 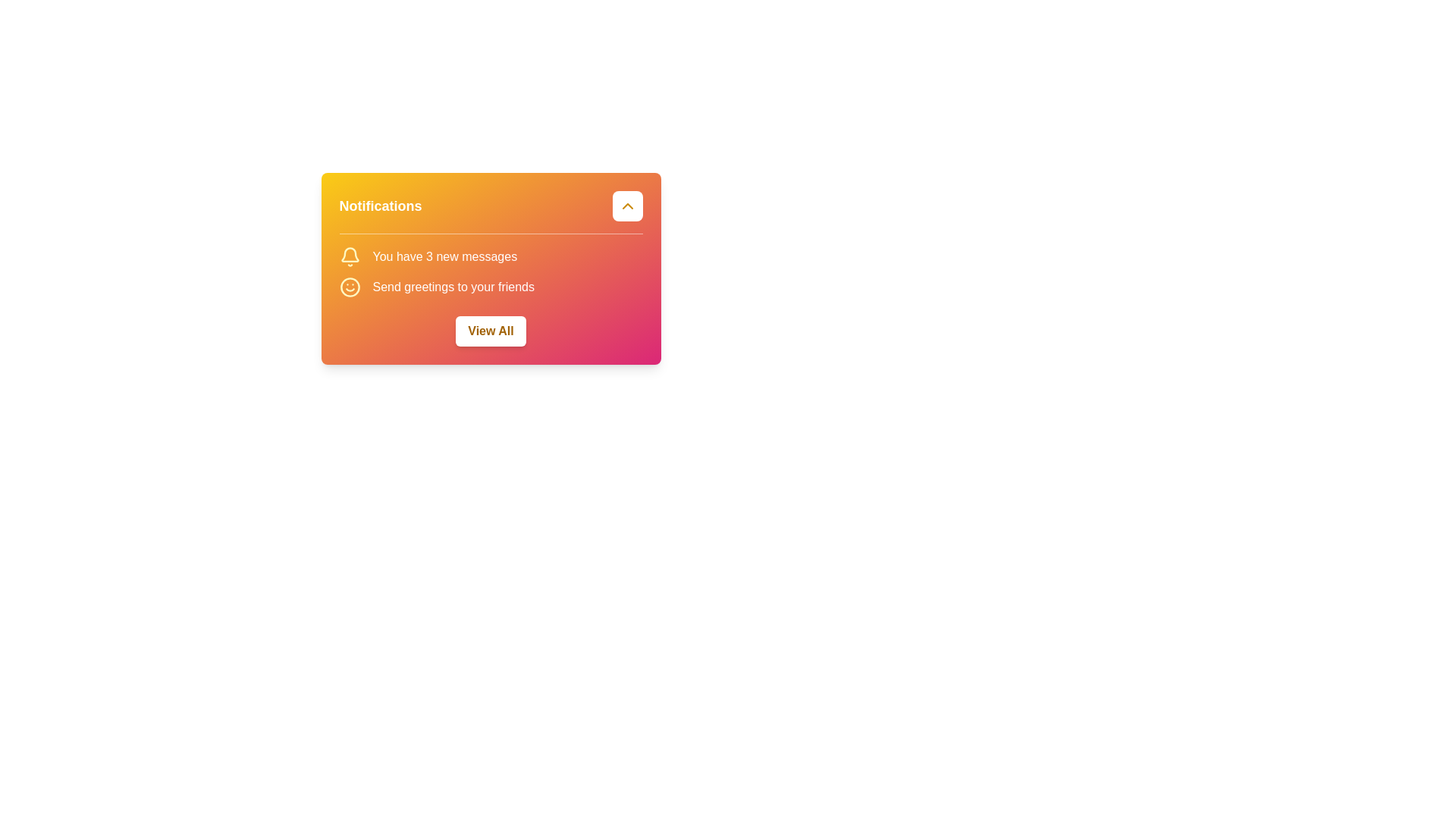 I want to click on text 'Send greetings to your friends' which is the second notification message below 'You have 3 new messages', identified by the accompanying smiley face icon, so click(x=491, y=287).